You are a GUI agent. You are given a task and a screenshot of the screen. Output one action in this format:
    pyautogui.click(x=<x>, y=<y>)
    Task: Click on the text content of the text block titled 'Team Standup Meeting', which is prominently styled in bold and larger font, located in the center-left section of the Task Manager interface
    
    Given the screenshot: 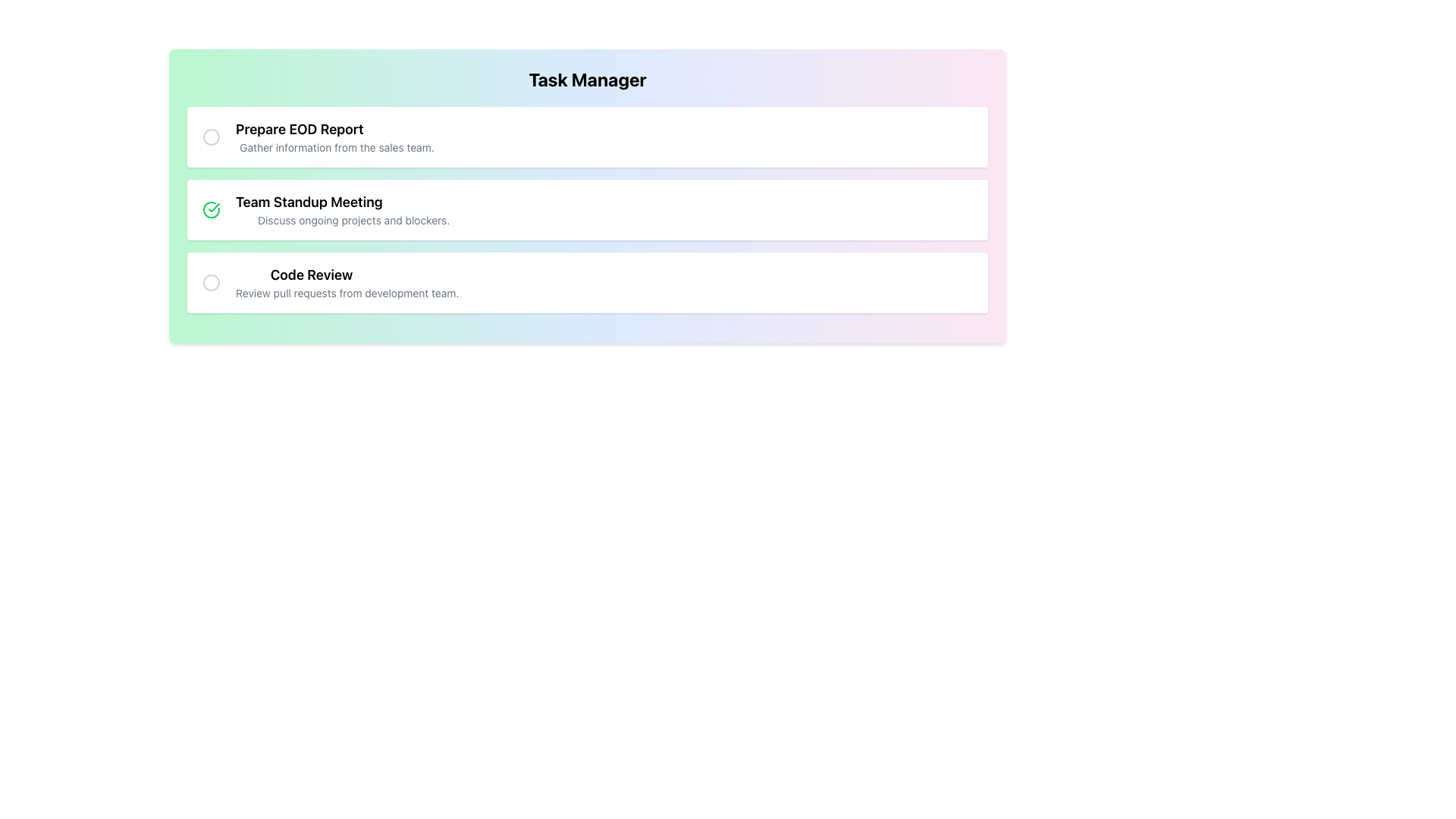 What is the action you would take?
    pyautogui.click(x=353, y=201)
    